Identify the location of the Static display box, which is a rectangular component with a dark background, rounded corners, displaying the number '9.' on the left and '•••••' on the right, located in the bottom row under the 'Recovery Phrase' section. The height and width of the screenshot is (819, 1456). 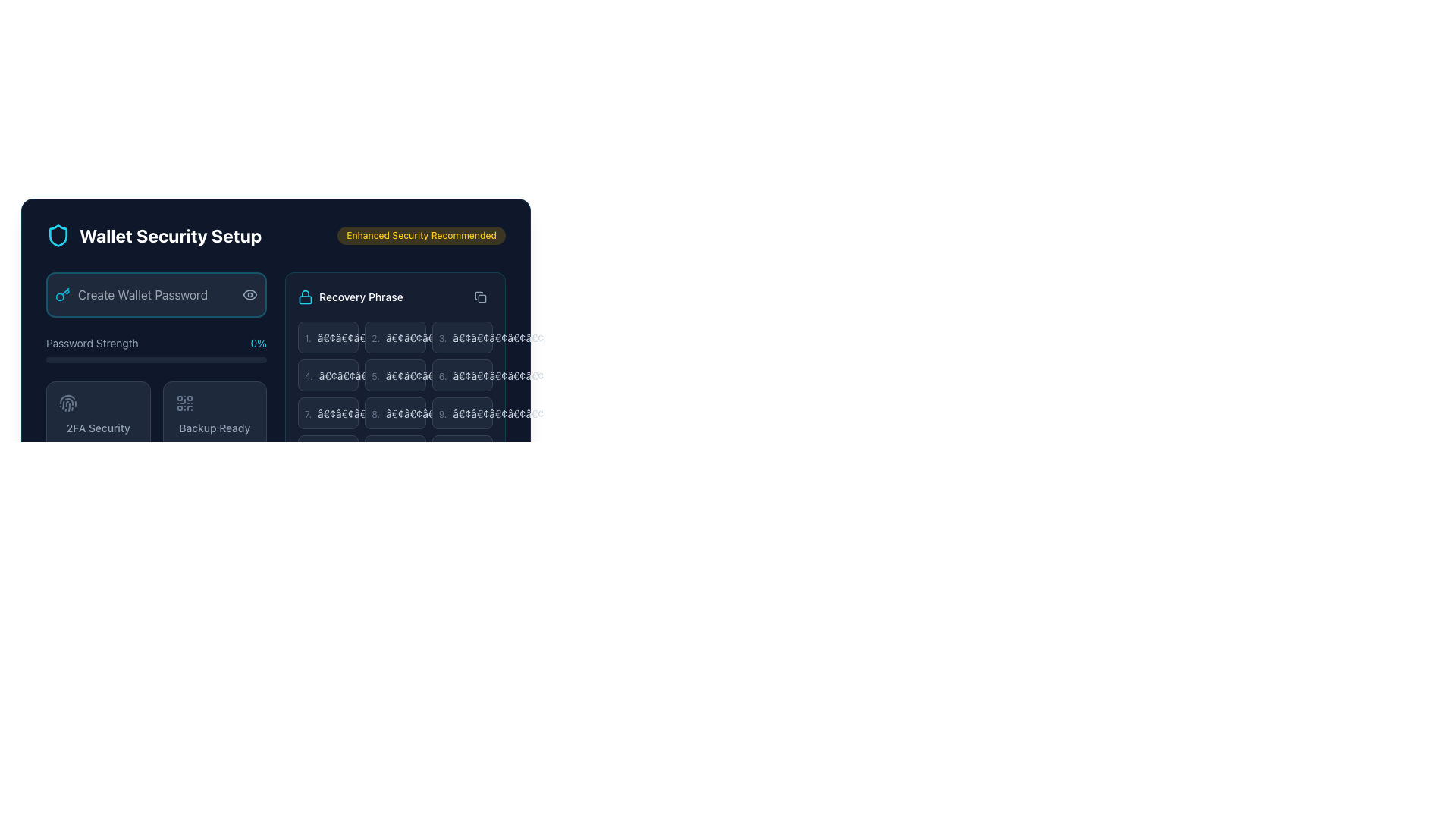
(461, 413).